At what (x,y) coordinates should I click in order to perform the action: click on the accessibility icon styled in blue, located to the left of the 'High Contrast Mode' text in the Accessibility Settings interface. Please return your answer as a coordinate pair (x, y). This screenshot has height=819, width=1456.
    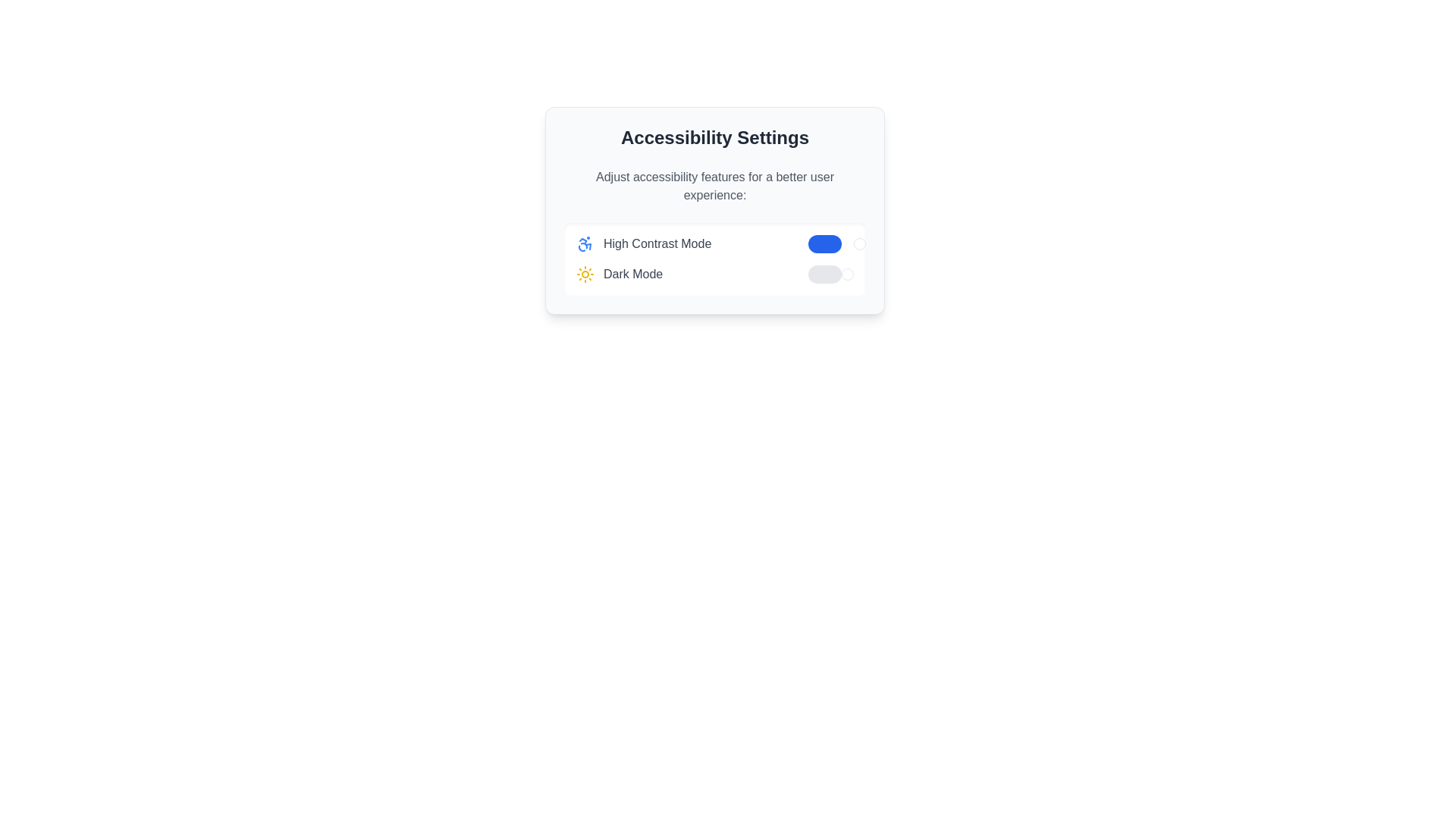
    Looking at the image, I should click on (585, 243).